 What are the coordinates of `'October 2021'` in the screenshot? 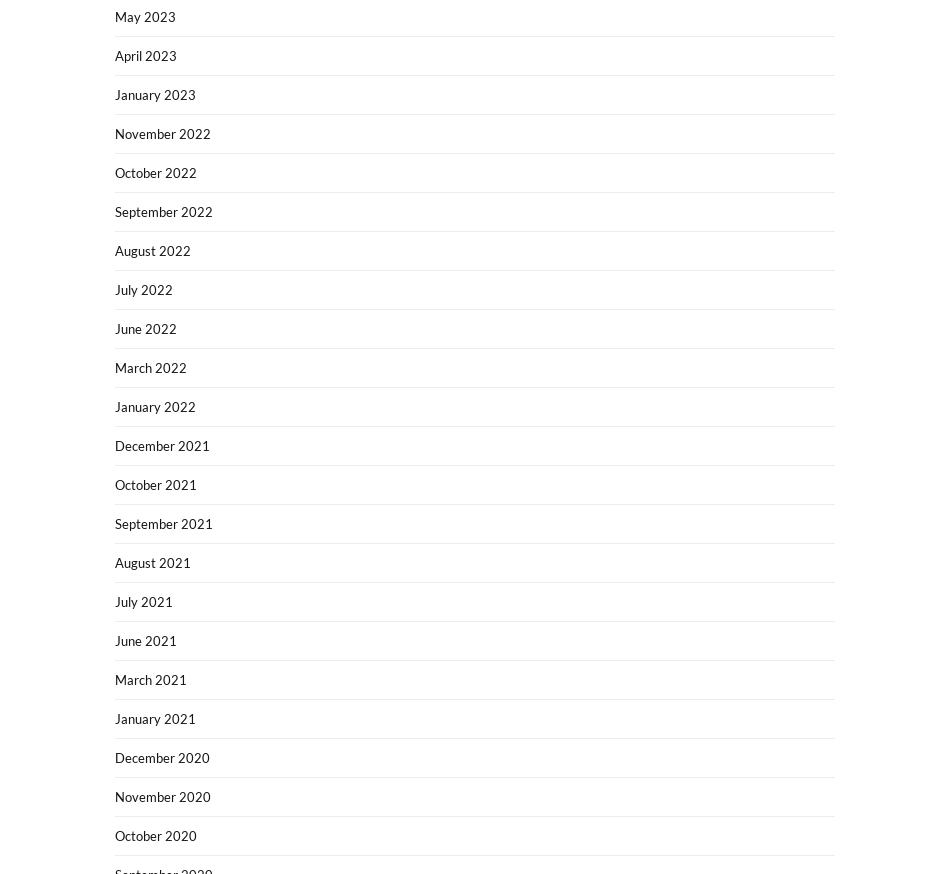 It's located at (155, 483).